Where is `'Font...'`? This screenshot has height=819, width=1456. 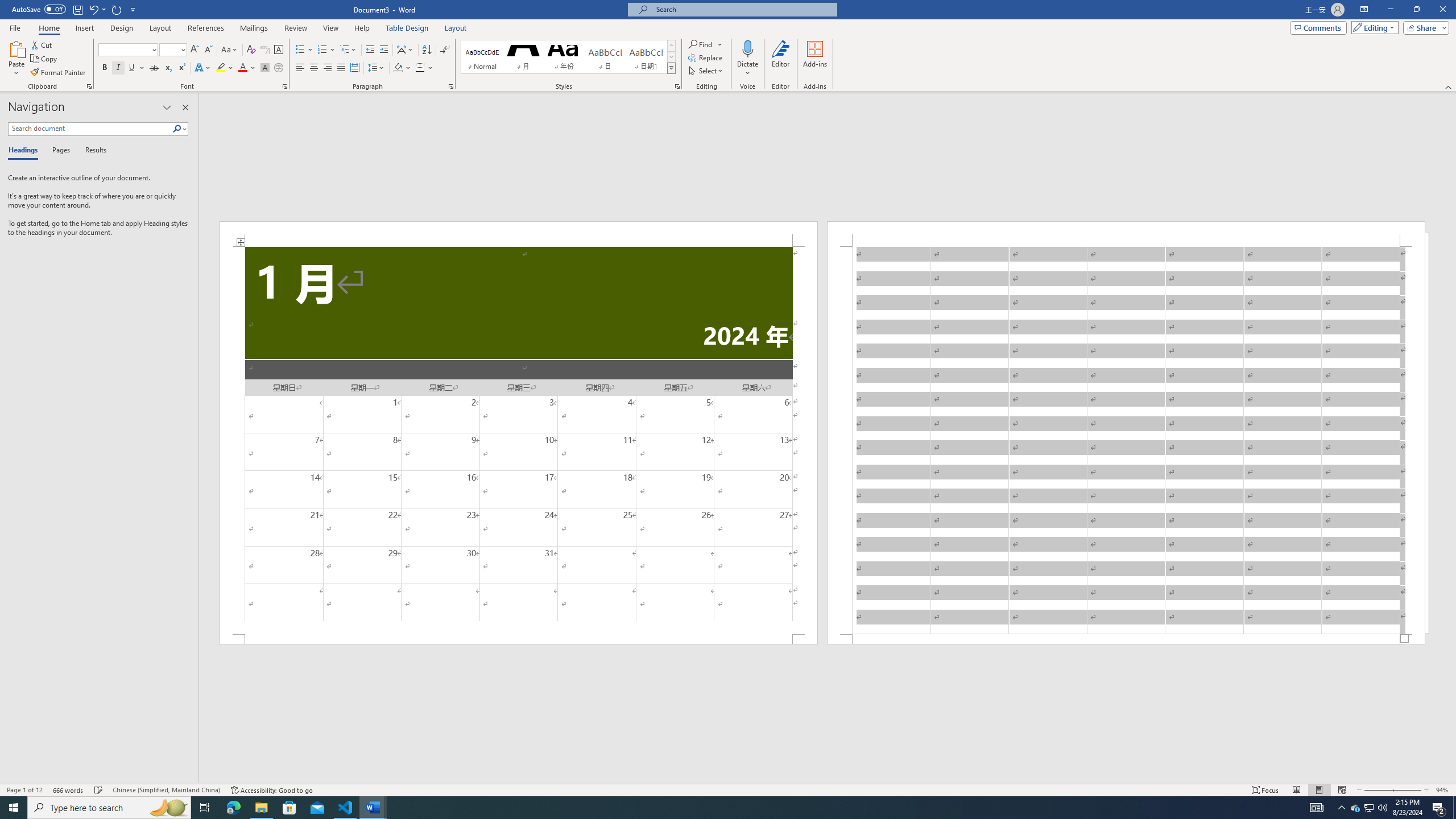
'Font...' is located at coordinates (285, 85).